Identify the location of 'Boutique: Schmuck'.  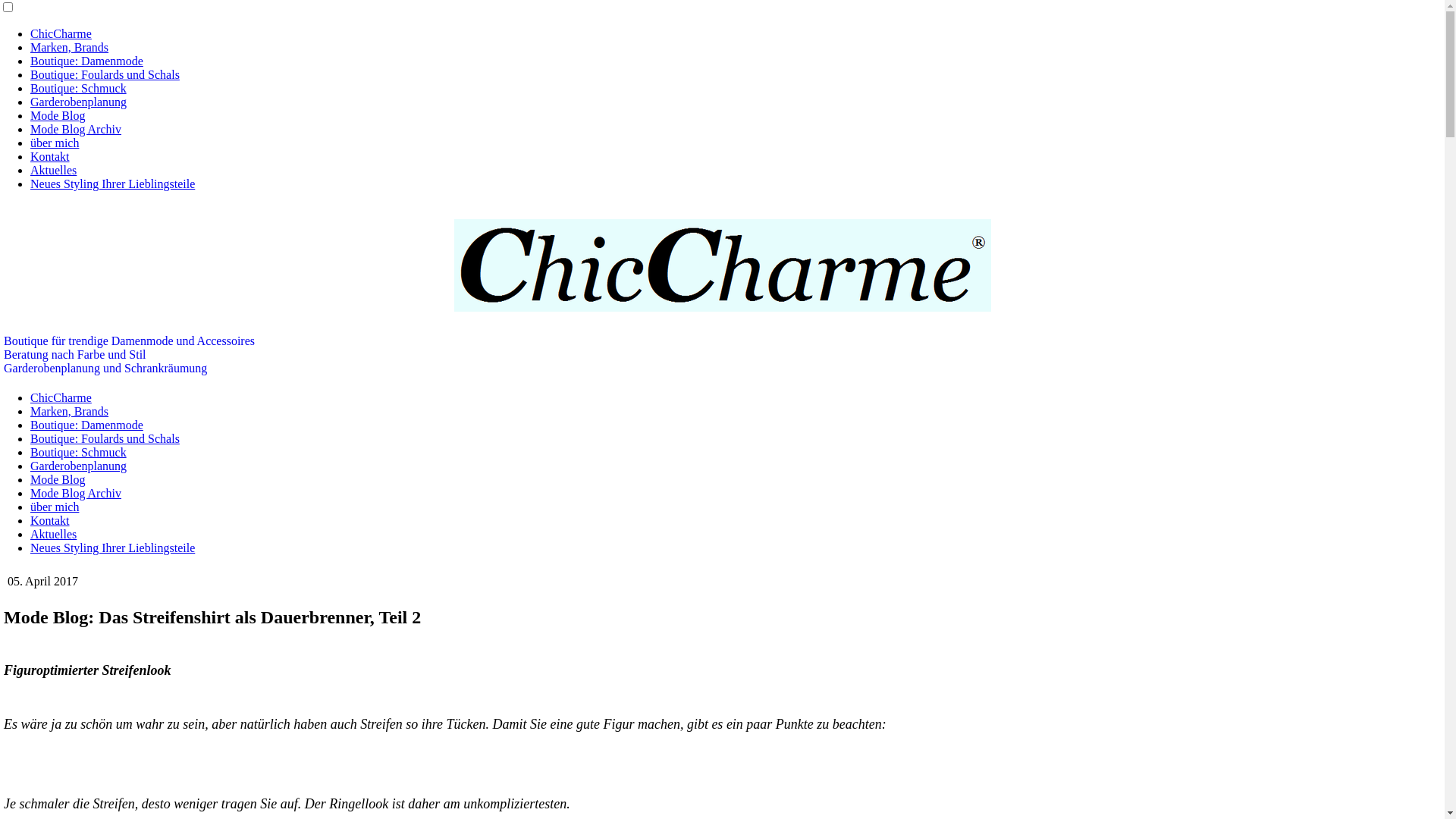
(77, 88).